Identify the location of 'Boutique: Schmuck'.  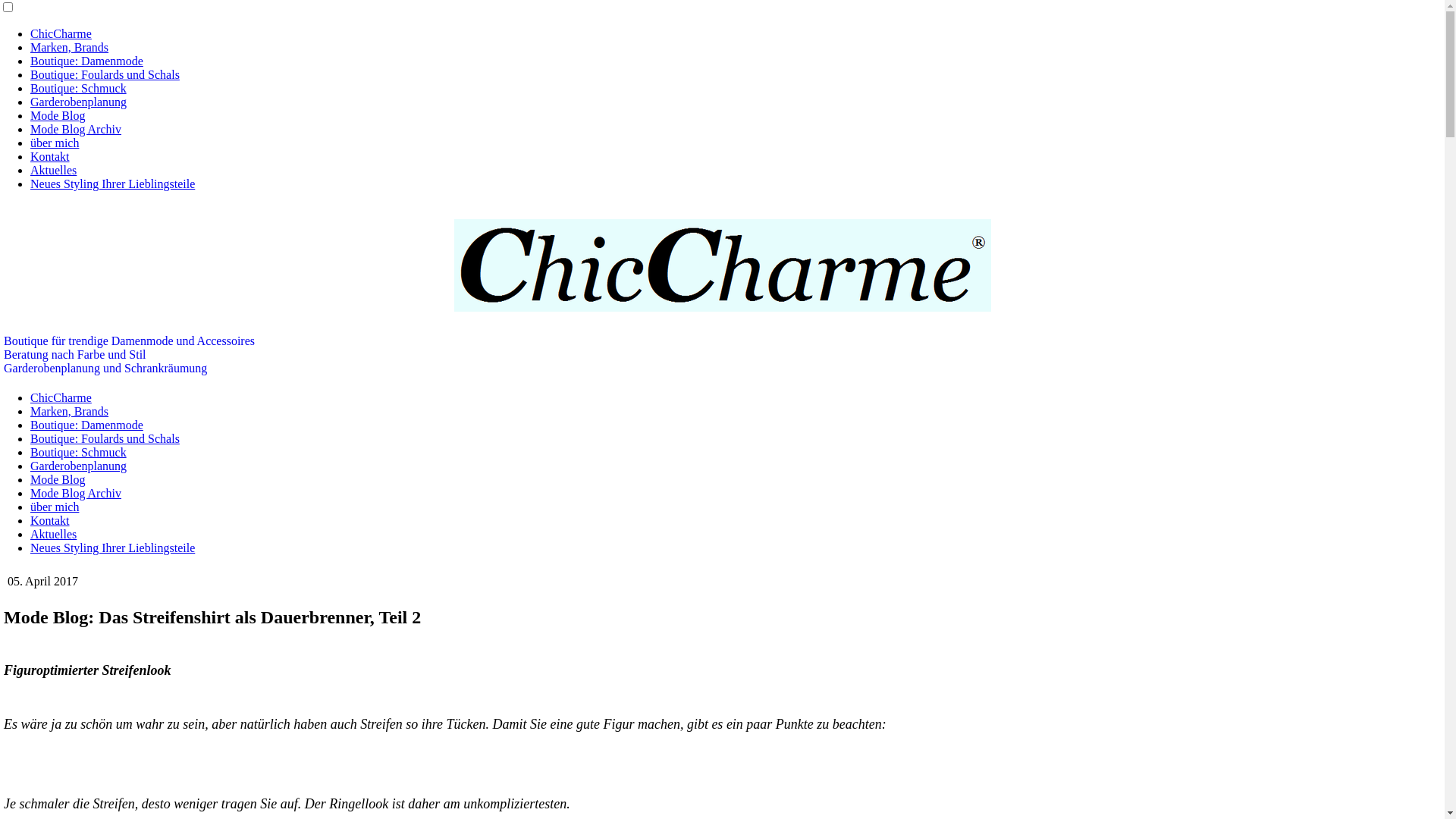
(77, 88).